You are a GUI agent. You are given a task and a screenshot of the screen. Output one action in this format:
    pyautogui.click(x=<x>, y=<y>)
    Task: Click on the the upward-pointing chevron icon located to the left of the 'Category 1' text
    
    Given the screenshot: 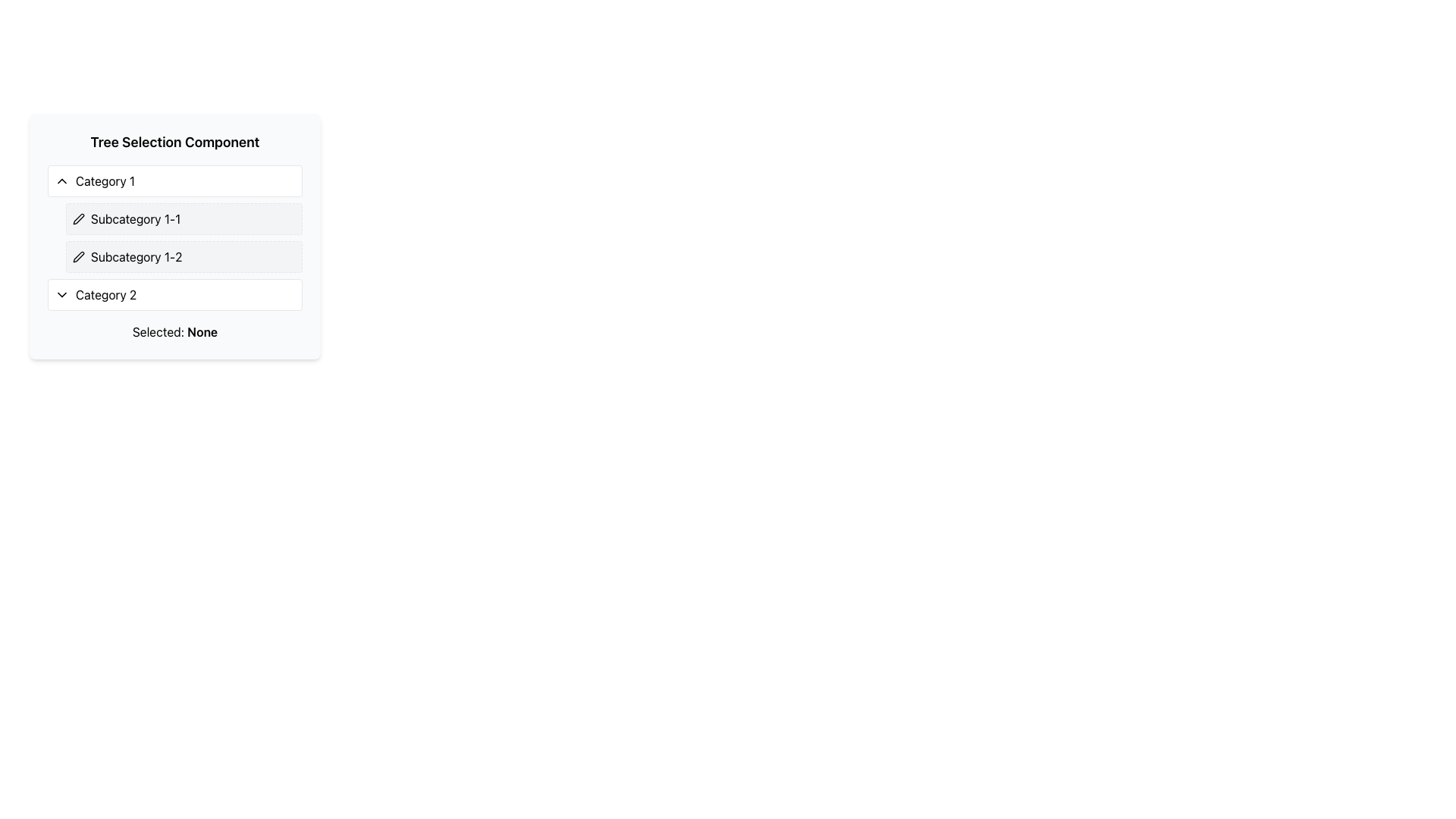 What is the action you would take?
    pyautogui.click(x=61, y=180)
    